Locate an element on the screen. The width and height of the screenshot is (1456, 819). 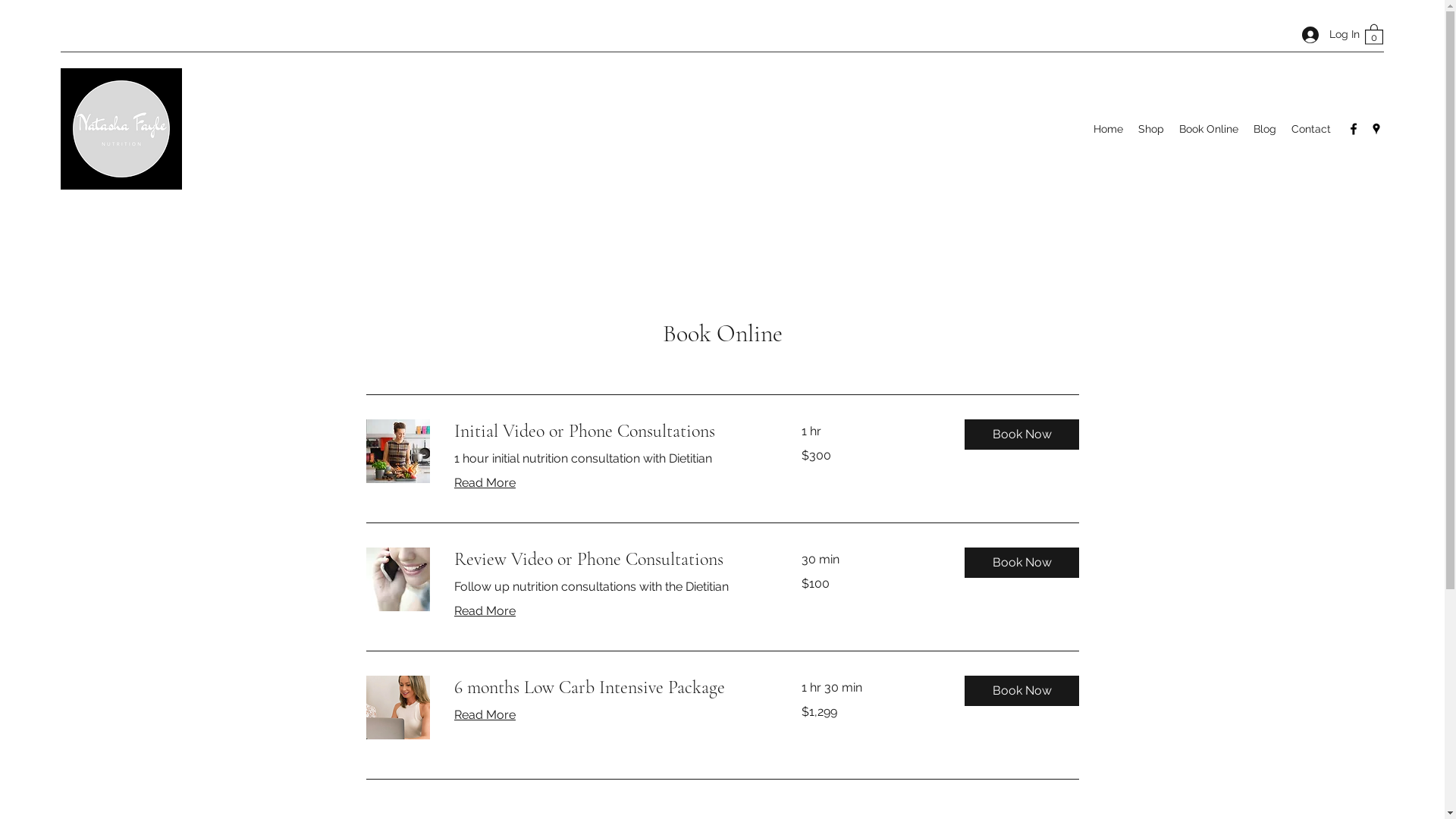
'Blog' is located at coordinates (1264, 127).